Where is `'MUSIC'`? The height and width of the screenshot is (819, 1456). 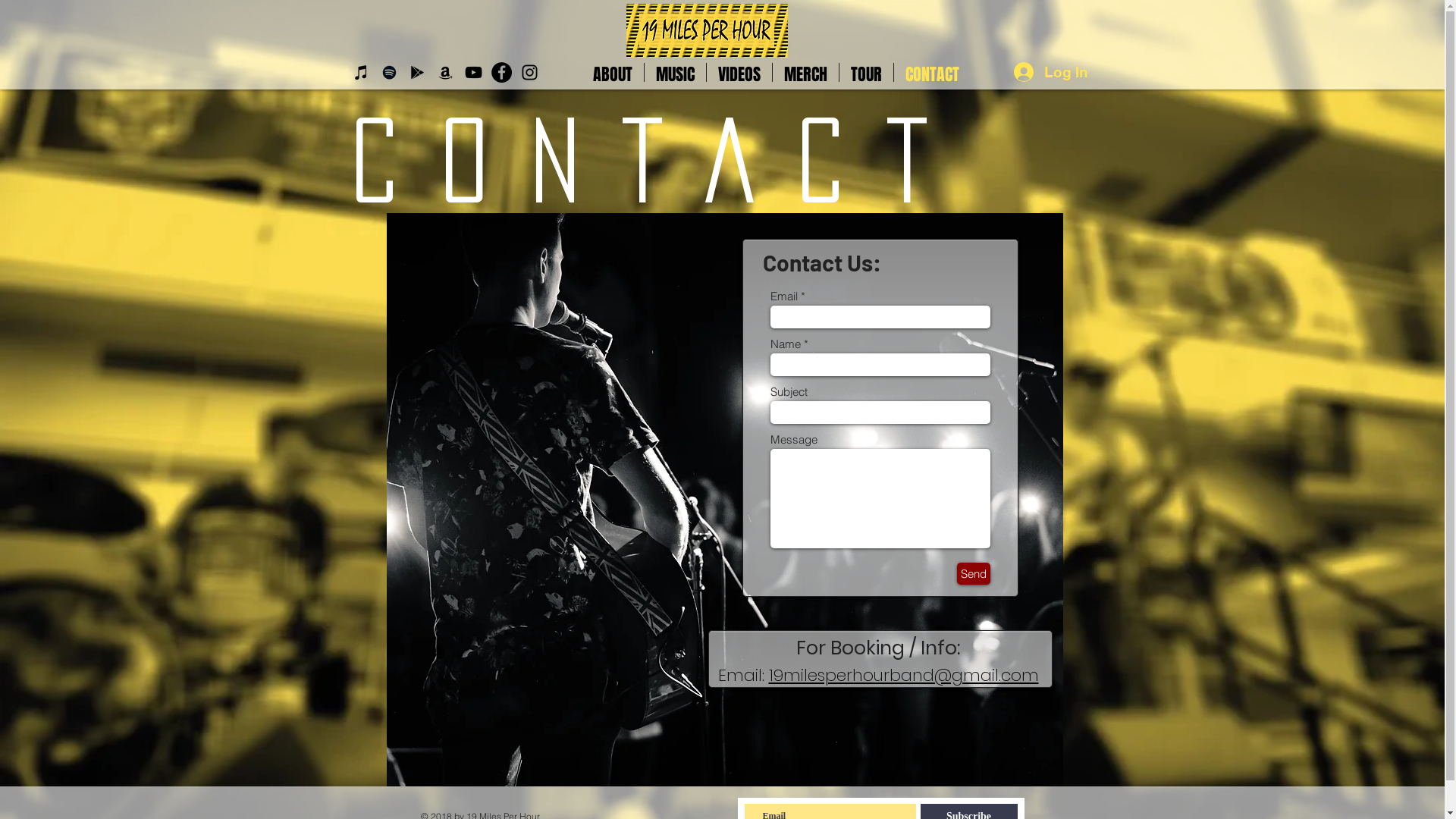 'MUSIC' is located at coordinates (674, 72).